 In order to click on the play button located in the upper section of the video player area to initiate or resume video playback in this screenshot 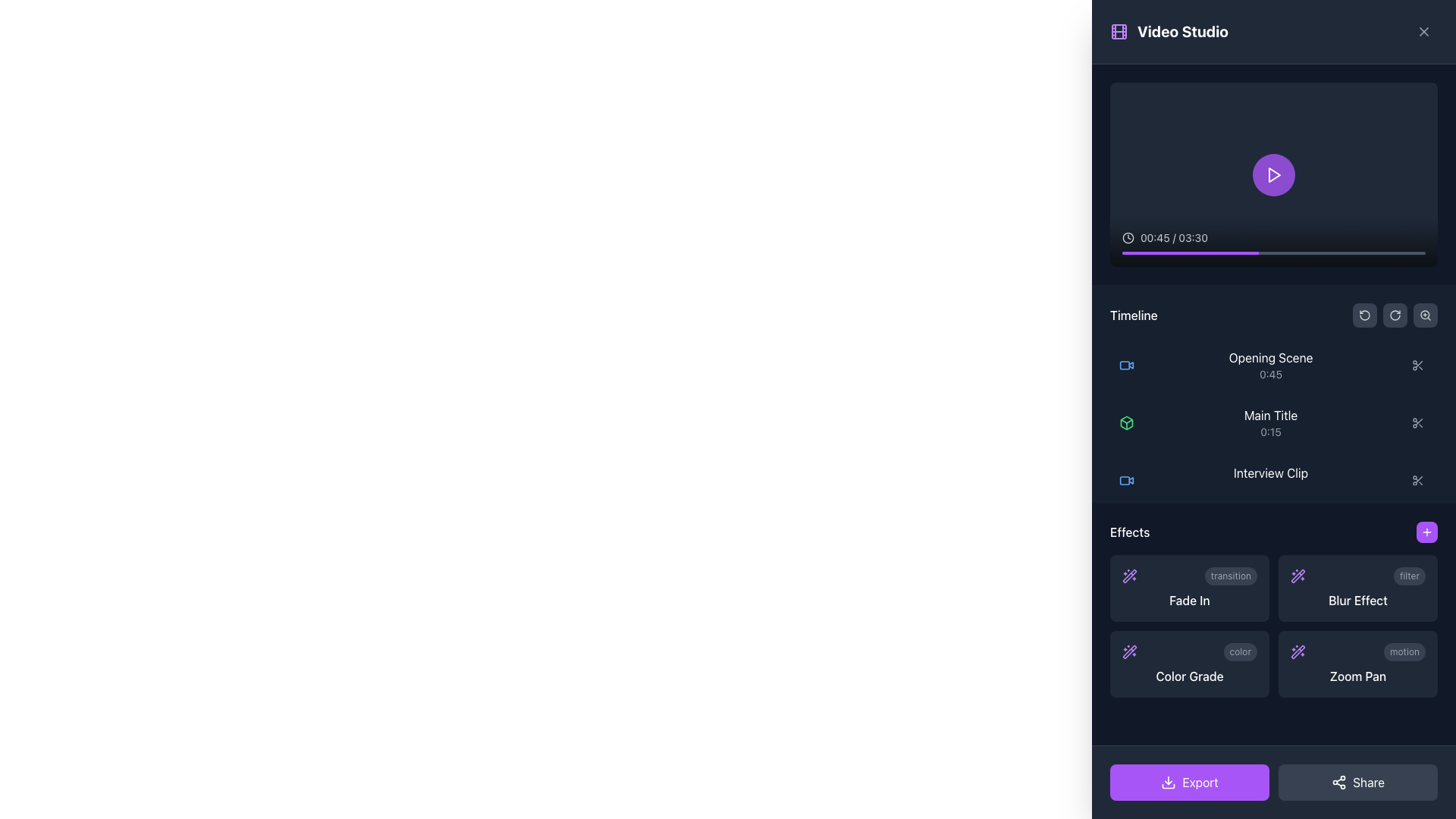, I will do `click(1274, 174)`.